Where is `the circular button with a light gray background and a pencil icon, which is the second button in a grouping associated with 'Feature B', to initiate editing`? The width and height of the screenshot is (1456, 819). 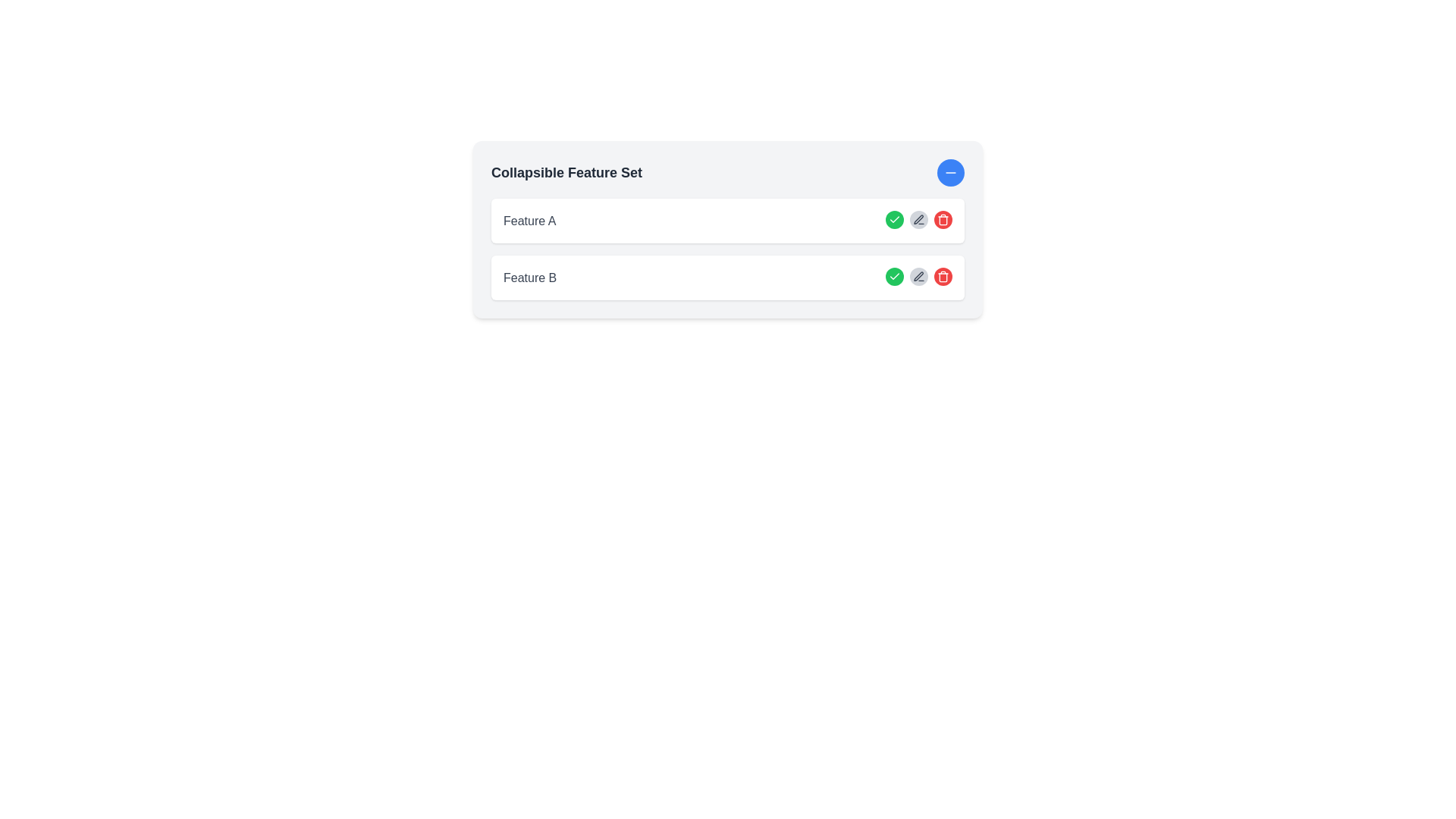
the circular button with a light gray background and a pencil icon, which is the second button in a grouping associated with 'Feature B', to initiate editing is located at coordinates (918, 277).